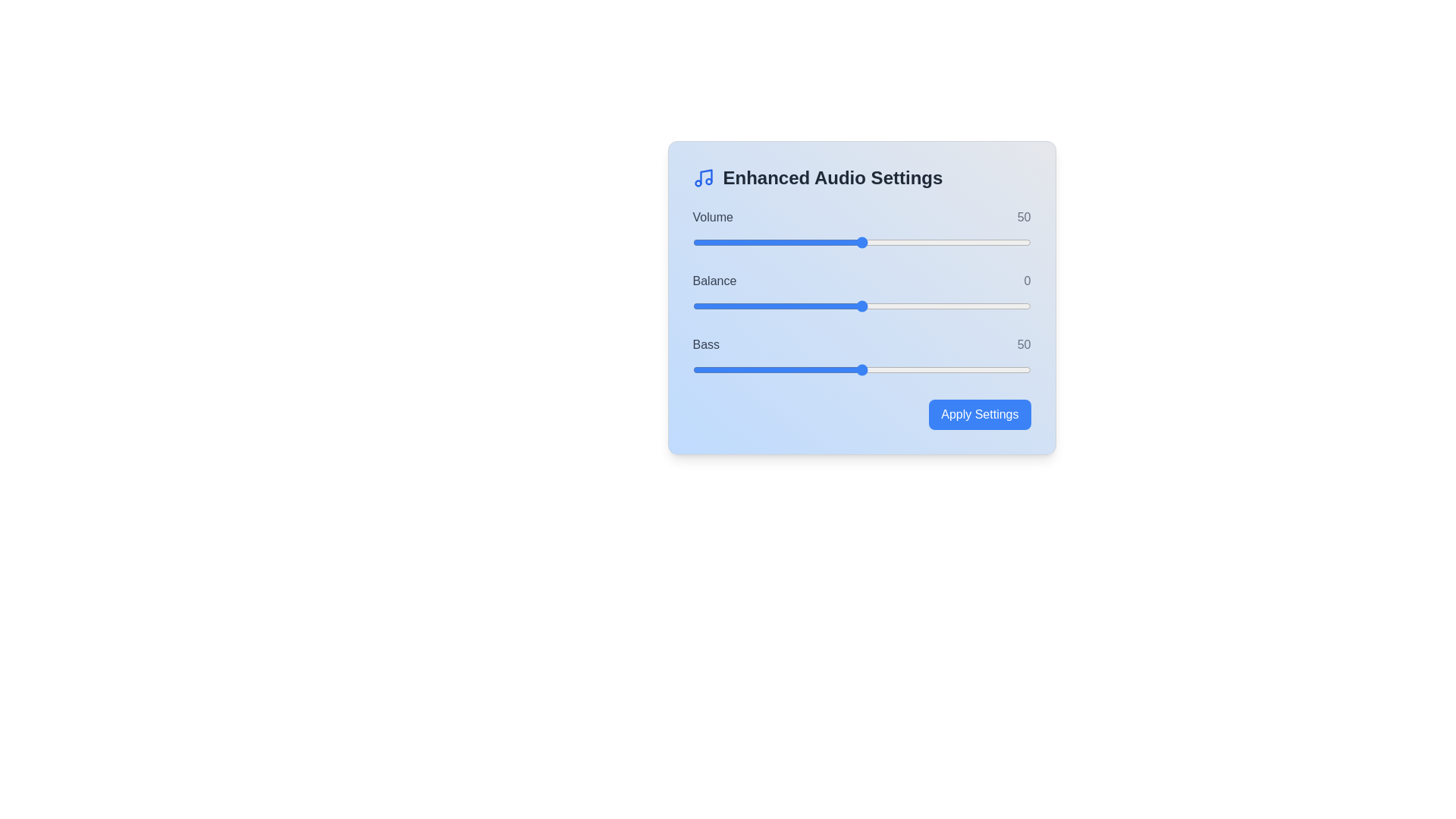  What do you see at coordinates (1007, 242) in the screenshot?
I see `the volume slider to 93 percent` at bounding box center [1007, 242].